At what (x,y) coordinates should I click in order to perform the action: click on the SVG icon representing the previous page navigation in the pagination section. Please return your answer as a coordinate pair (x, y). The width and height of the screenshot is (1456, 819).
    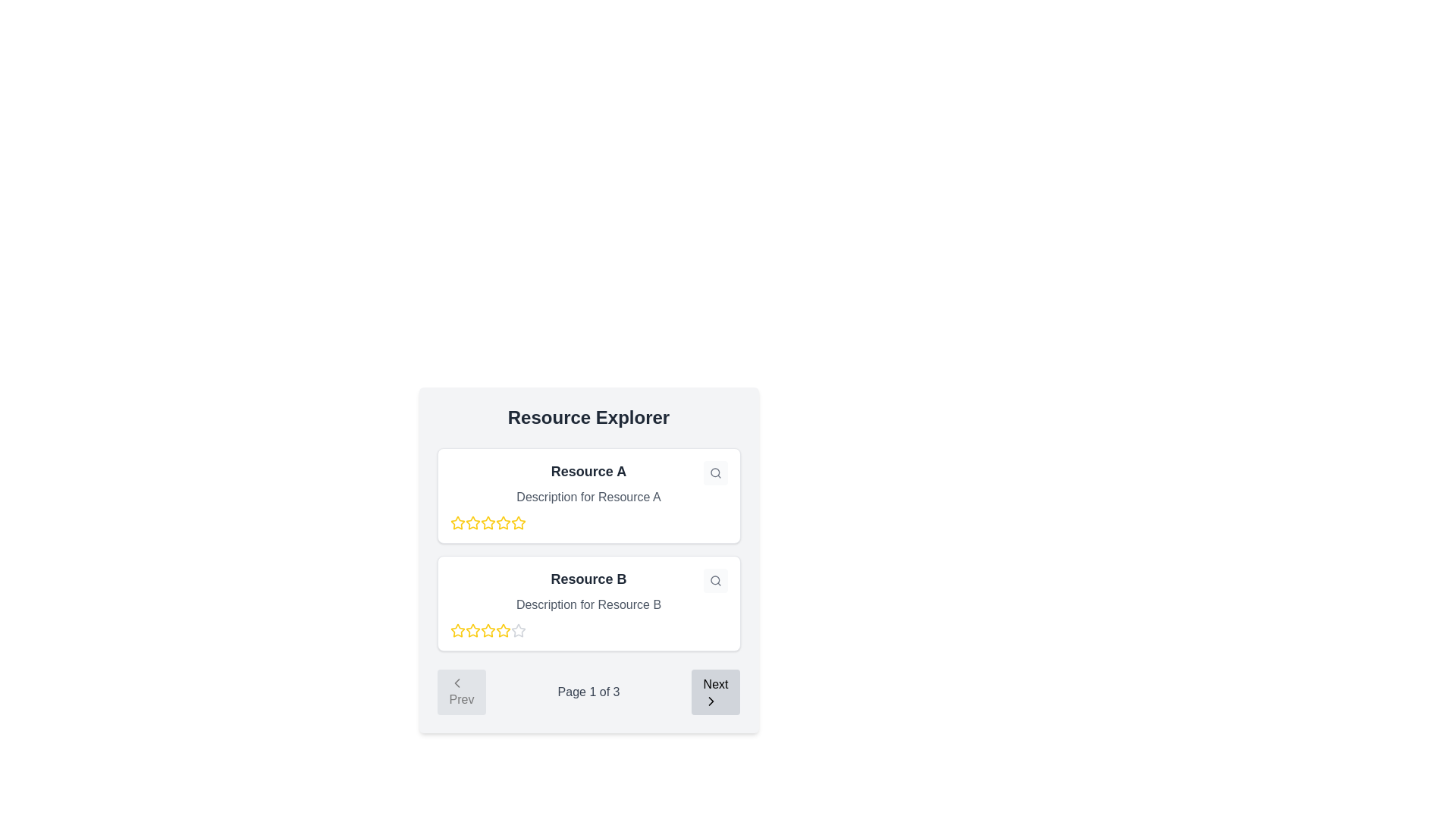
    Looking at the image, I should click on (456, 683).